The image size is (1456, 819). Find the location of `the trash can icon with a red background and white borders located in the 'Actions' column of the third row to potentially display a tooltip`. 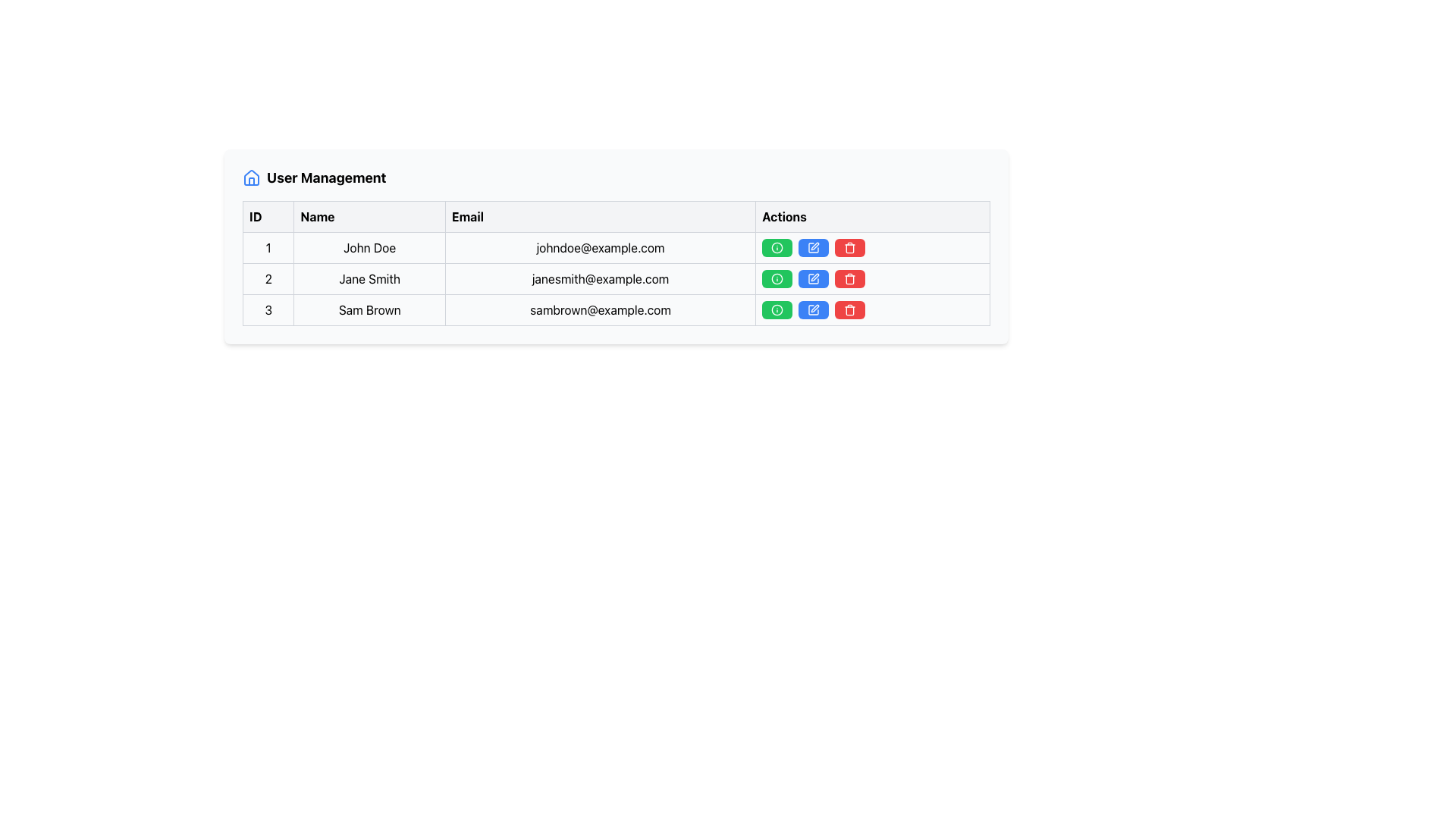

the trash can icon with a red background and white borders located in the 'Actions' column of the third row to potentially display a tooltip is located at coordinates (850, 309).